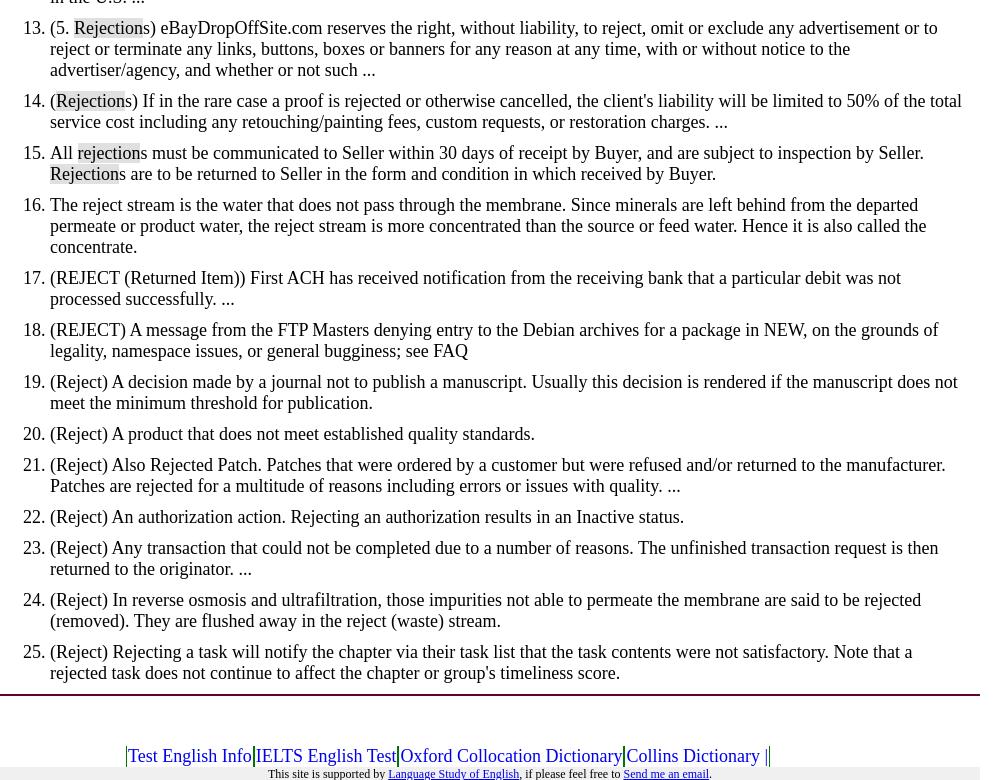 Image resolution: width=1000 pixels, height=780 pixels. Describe the element at coordinates (76, 152) in the screenshot. I see `'rejection'` at that location.